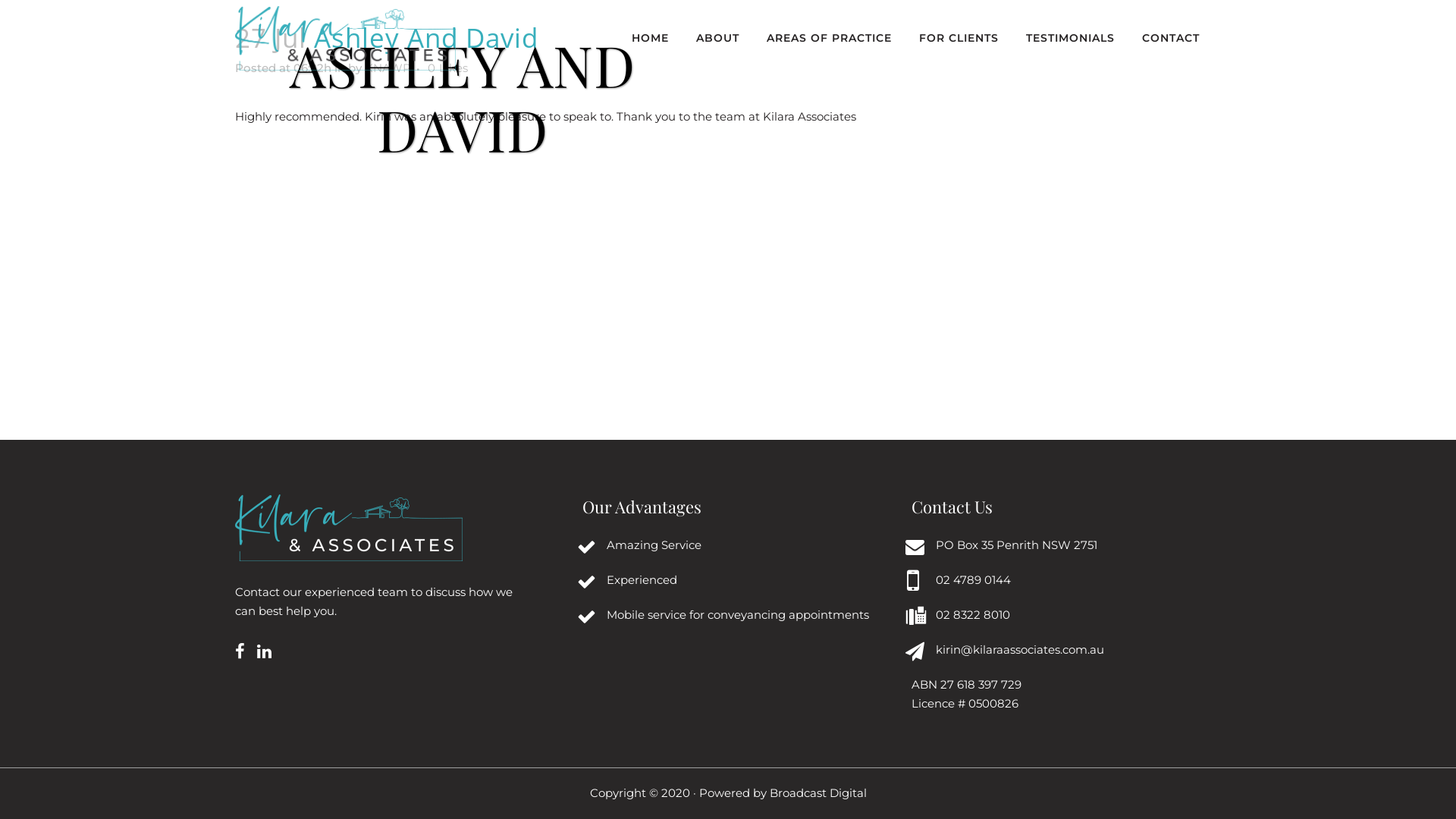 The width and height of the screenshot is (1456, 819). Describe the element at coordinates (650, 37) in the screenshot. I see `'HOME'` at that location.